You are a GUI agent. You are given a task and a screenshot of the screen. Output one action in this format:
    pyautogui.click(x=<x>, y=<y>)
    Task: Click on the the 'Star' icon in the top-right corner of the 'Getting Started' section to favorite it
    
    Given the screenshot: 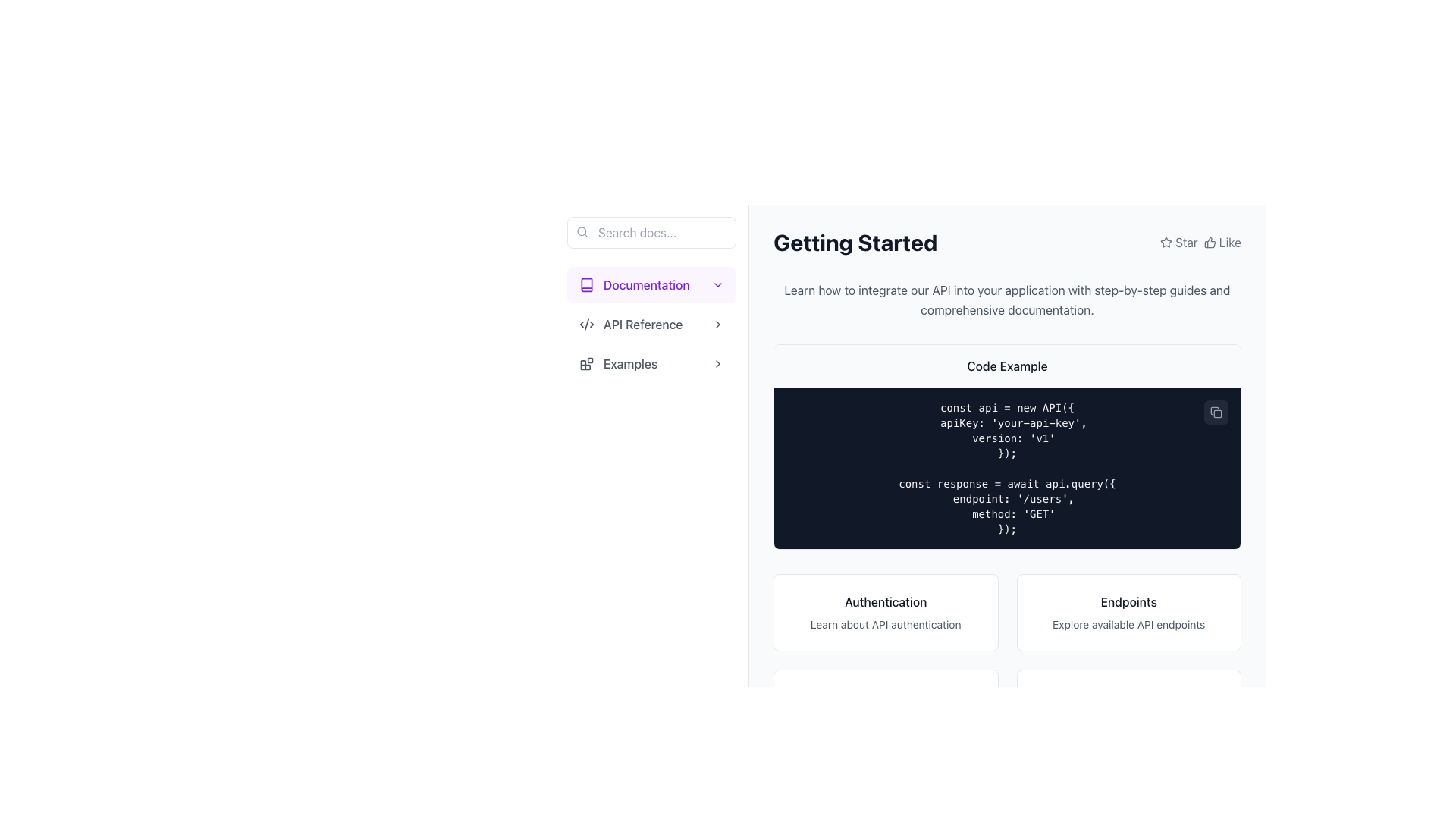 What is the action you would take?
    pyautogui.click(x=1200, y=242)
    